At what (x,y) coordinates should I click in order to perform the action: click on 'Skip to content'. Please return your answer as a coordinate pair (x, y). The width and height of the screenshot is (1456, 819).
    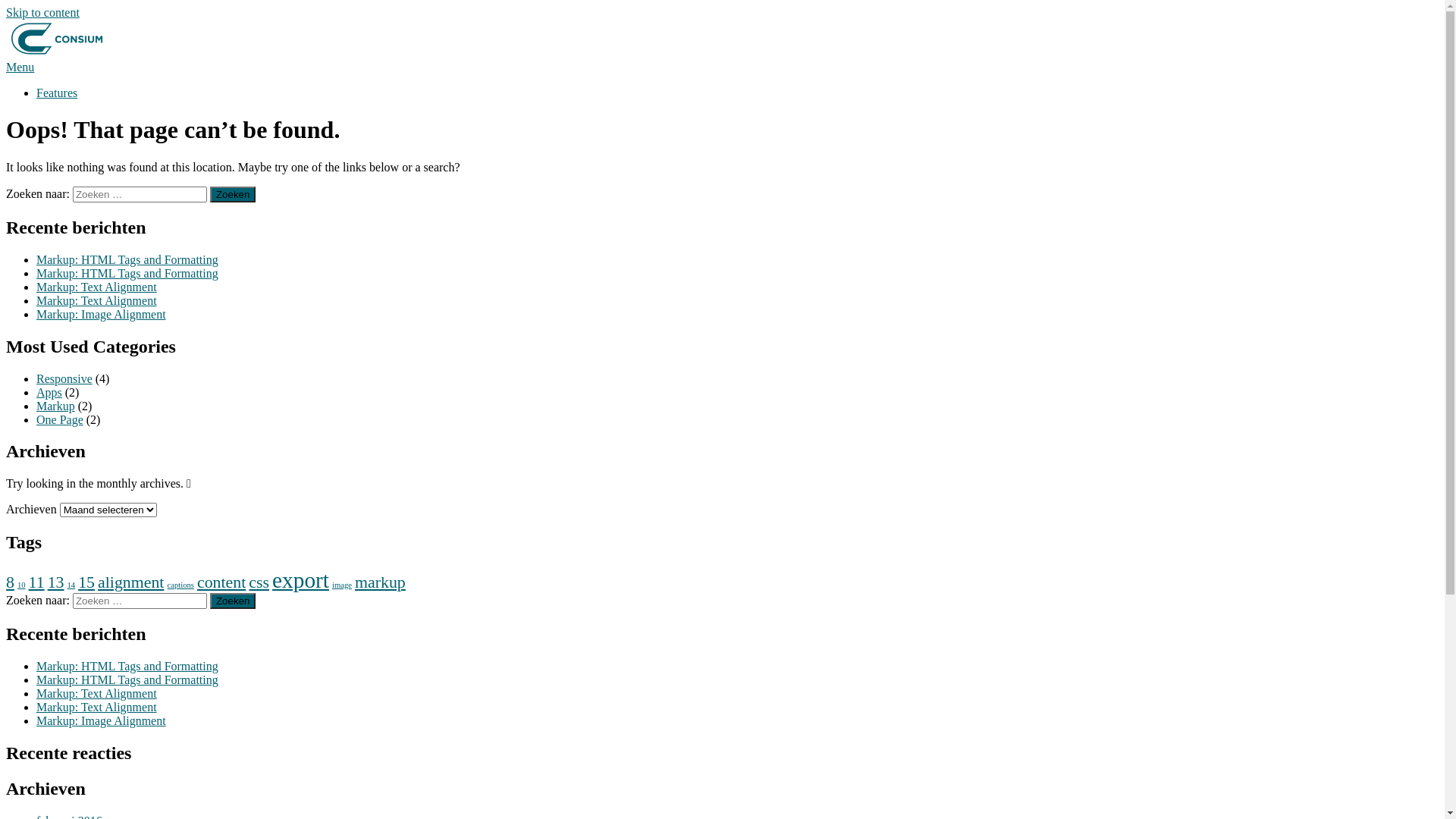
    Looking at the image, I should click on (42, 12).